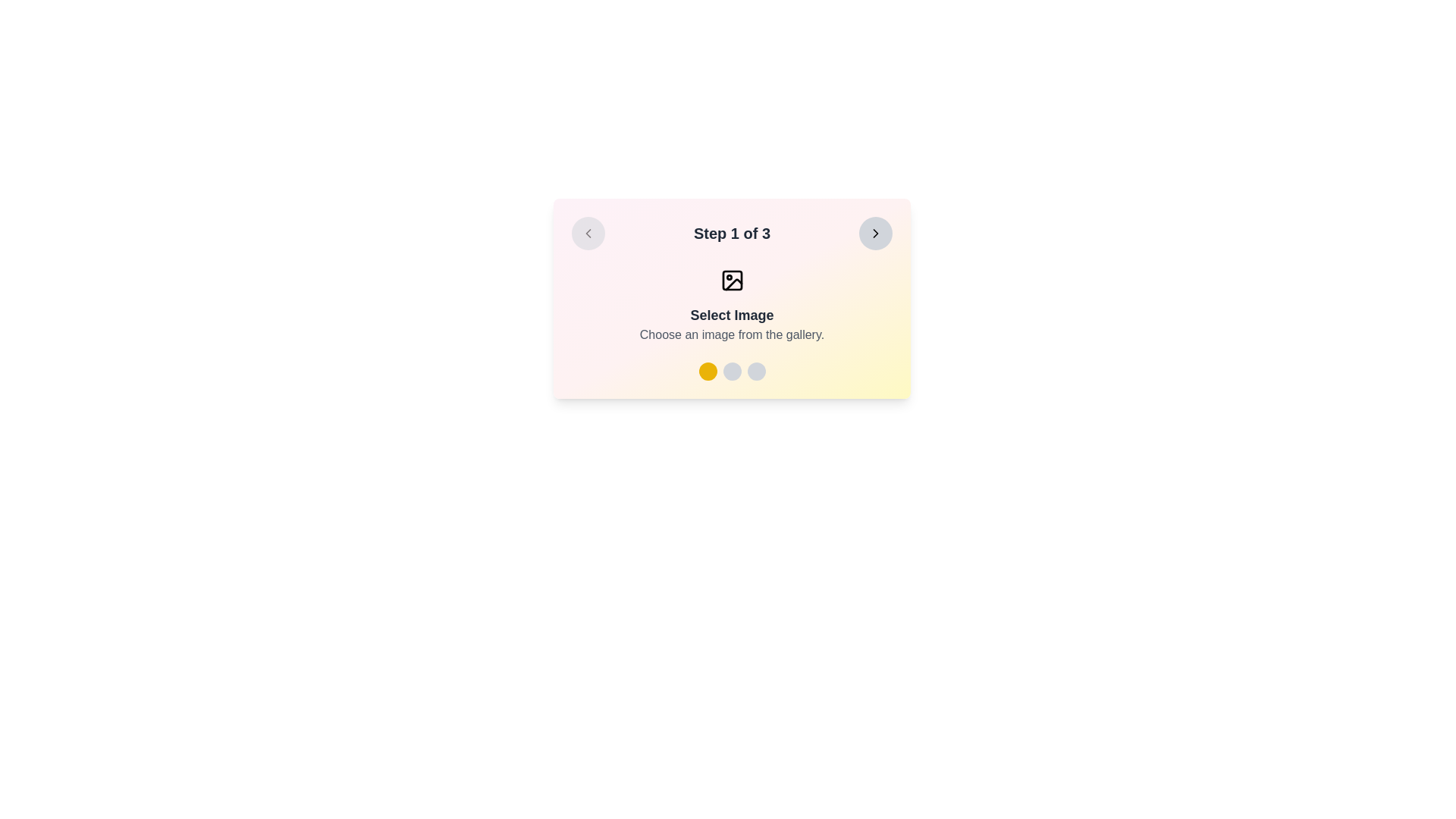  What do you see at coordinates (707, 371) in the screenshot?
I see `the first circular button with a yellow background located slightly below the main text area` at bounding box center [707, 371].